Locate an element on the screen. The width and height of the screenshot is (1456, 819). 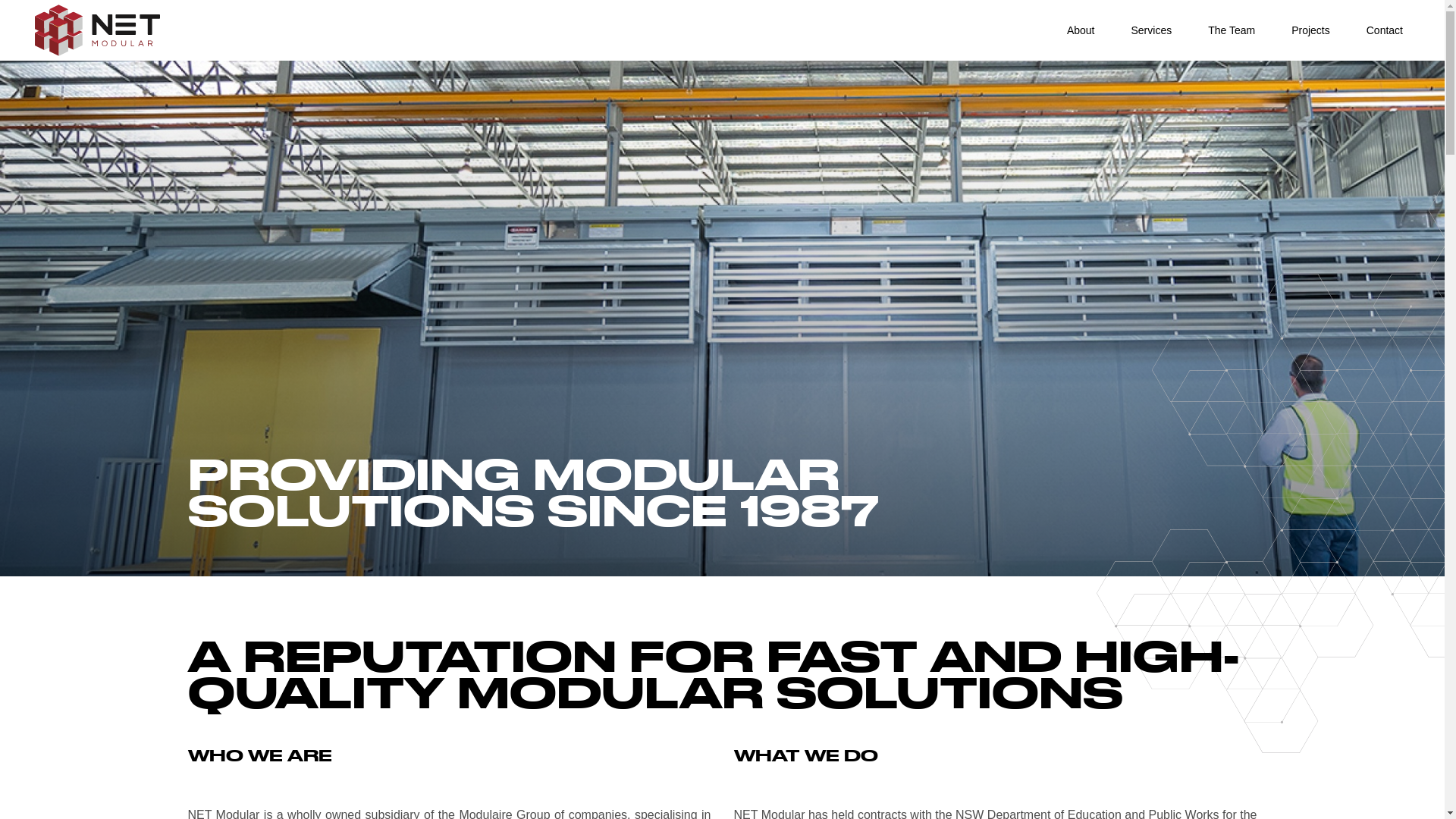
'The Team' is located at coordinates (1231, 30).